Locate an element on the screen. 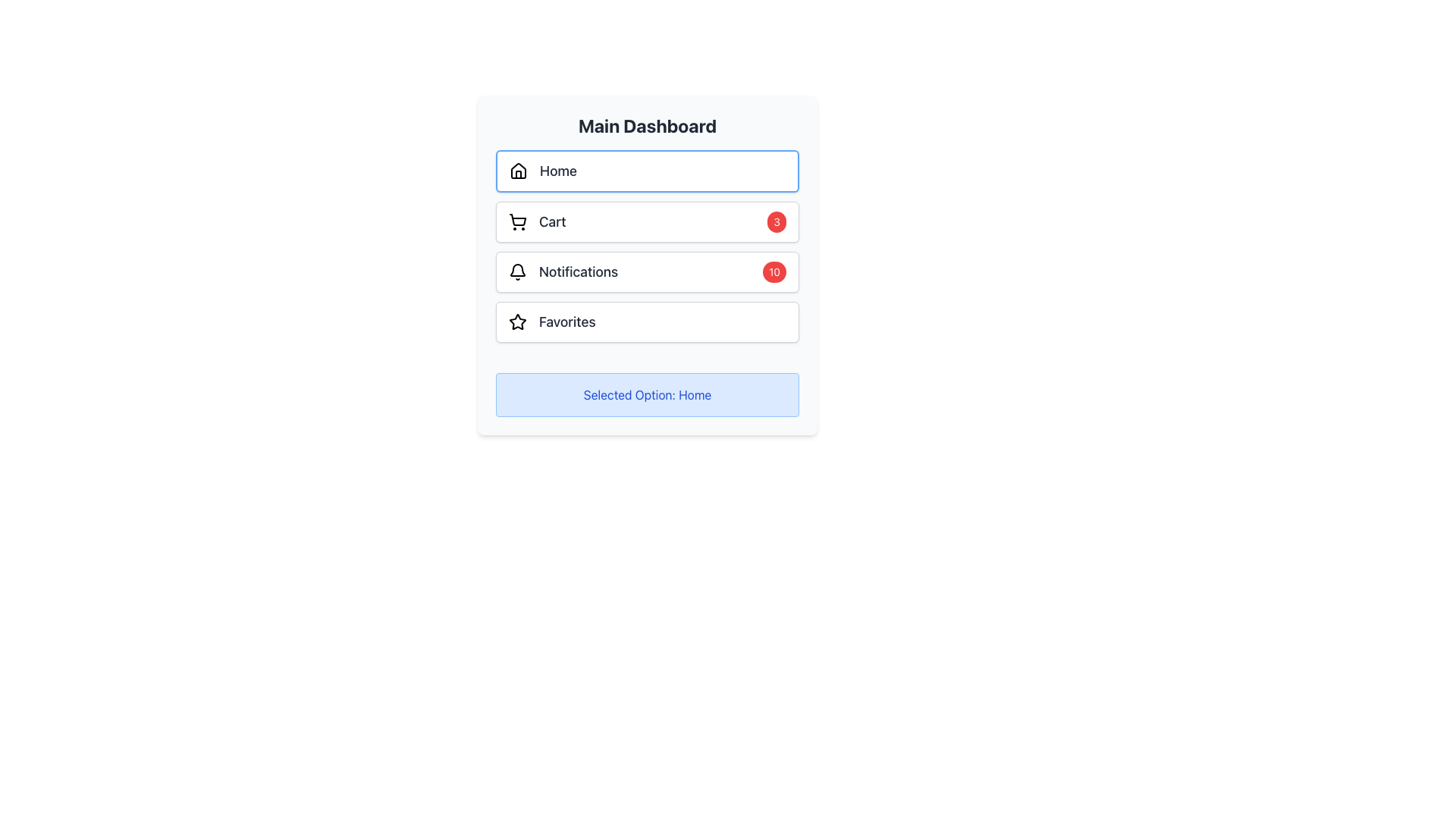 The height and width of the screenshot is (819, 1456). numerical value displayed on the badge indicating 10 notifications, located at the right edge of the 'Notifications' row in the sidebar is located at coordinates (774, 271).